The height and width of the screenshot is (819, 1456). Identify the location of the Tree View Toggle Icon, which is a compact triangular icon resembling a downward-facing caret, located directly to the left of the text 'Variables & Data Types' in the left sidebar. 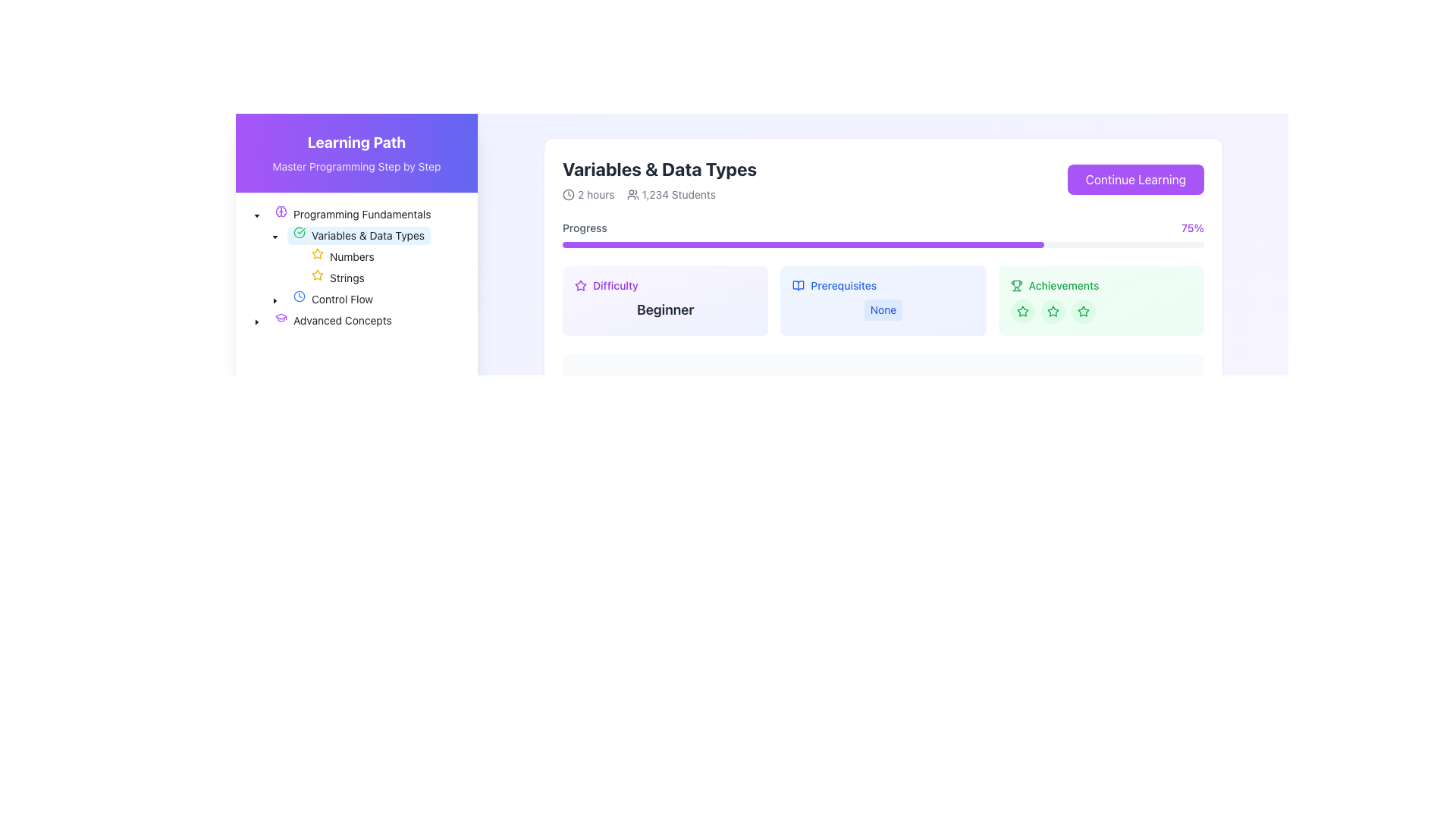
(275, 236).